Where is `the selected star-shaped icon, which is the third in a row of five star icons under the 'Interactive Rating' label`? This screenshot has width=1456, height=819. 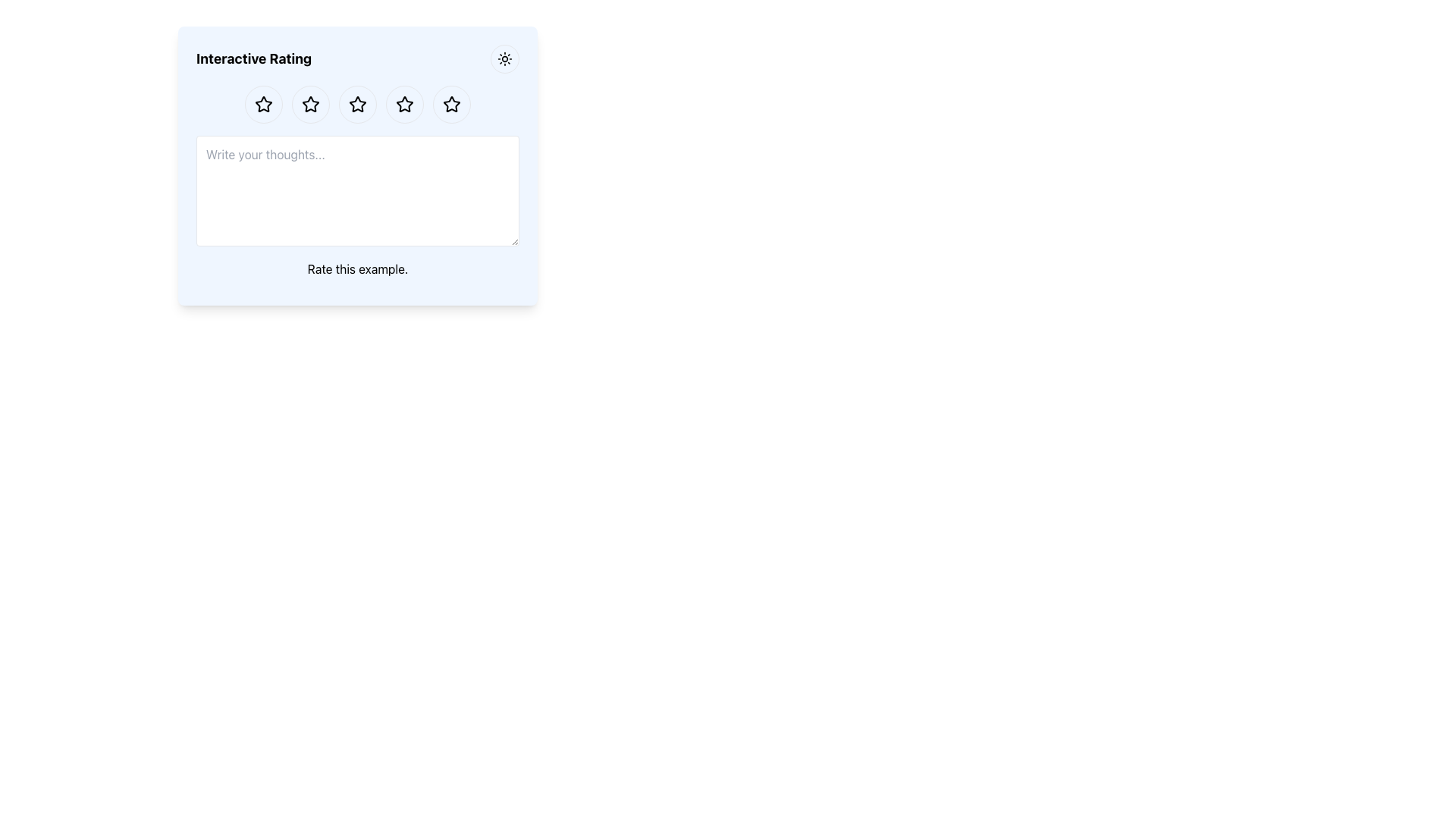
the selected star-shaped icon, which is the third in a row of five star icons under the 'Interactive Rating' label is located at coordinates (404, 103).